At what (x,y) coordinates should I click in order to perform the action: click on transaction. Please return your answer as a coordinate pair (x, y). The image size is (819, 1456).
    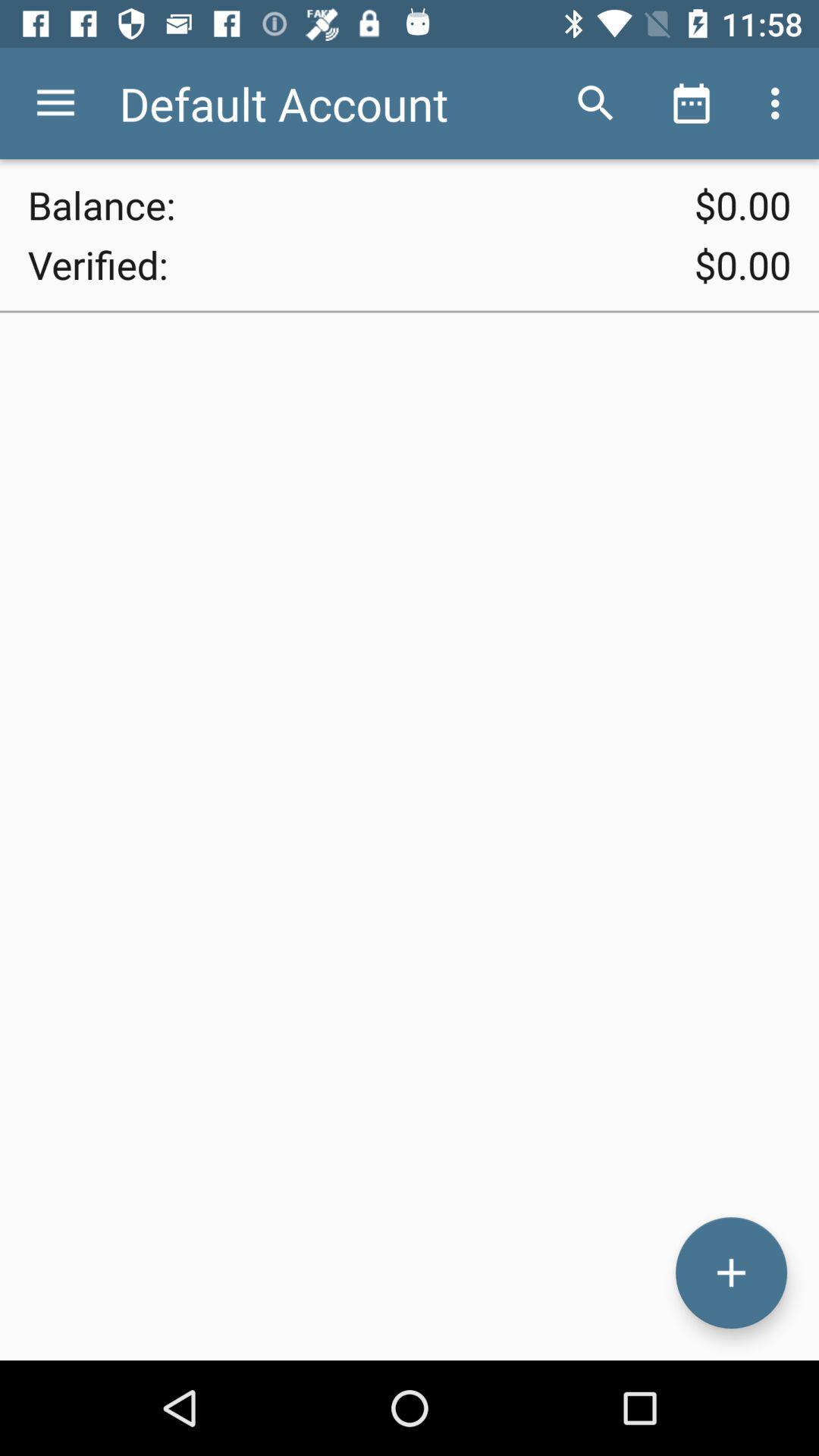
    Looking at the image, I should click on (730, 1272).